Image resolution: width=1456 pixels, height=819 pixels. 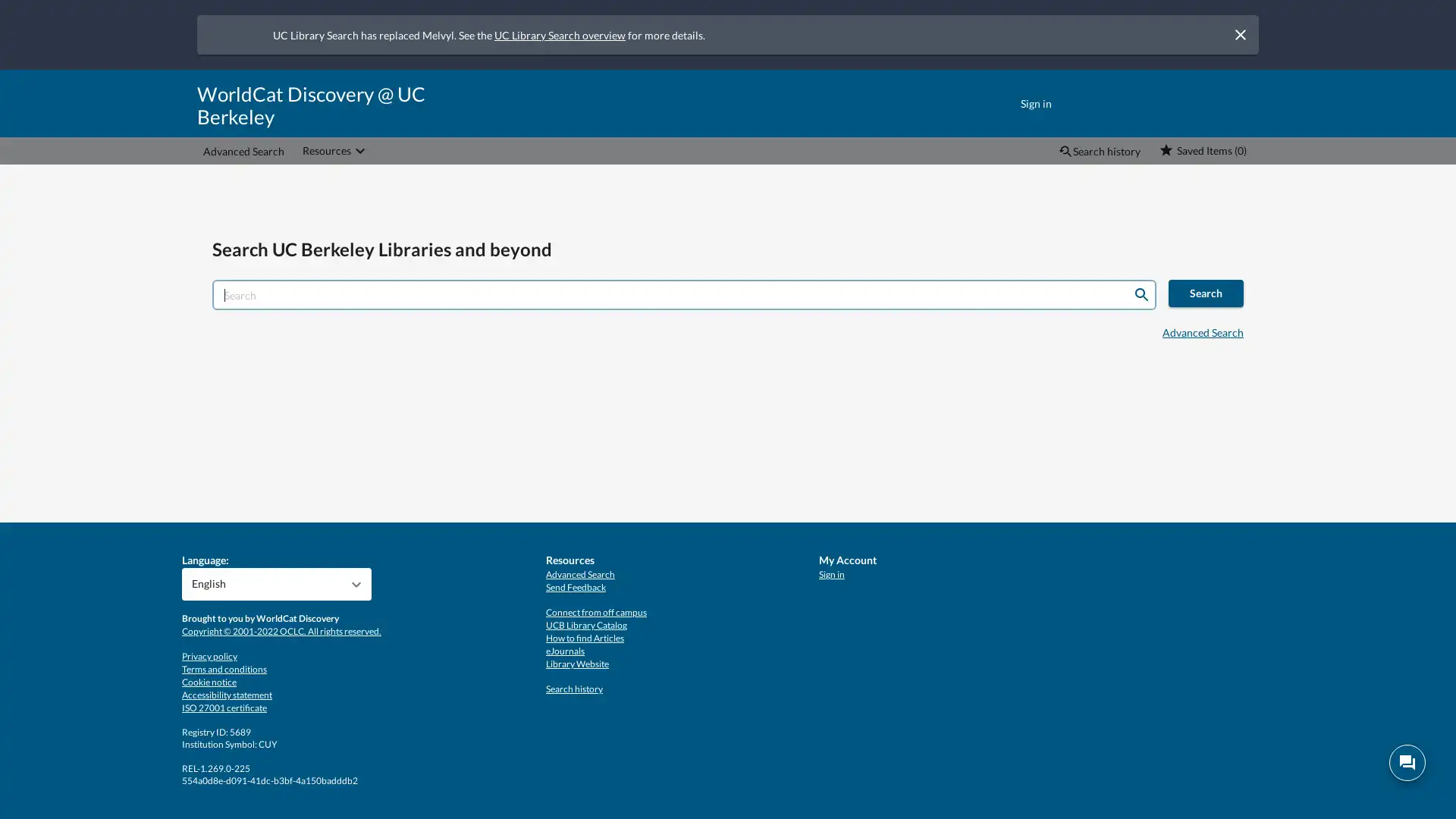 I want to click on Resources, so click(x=334, y=151).